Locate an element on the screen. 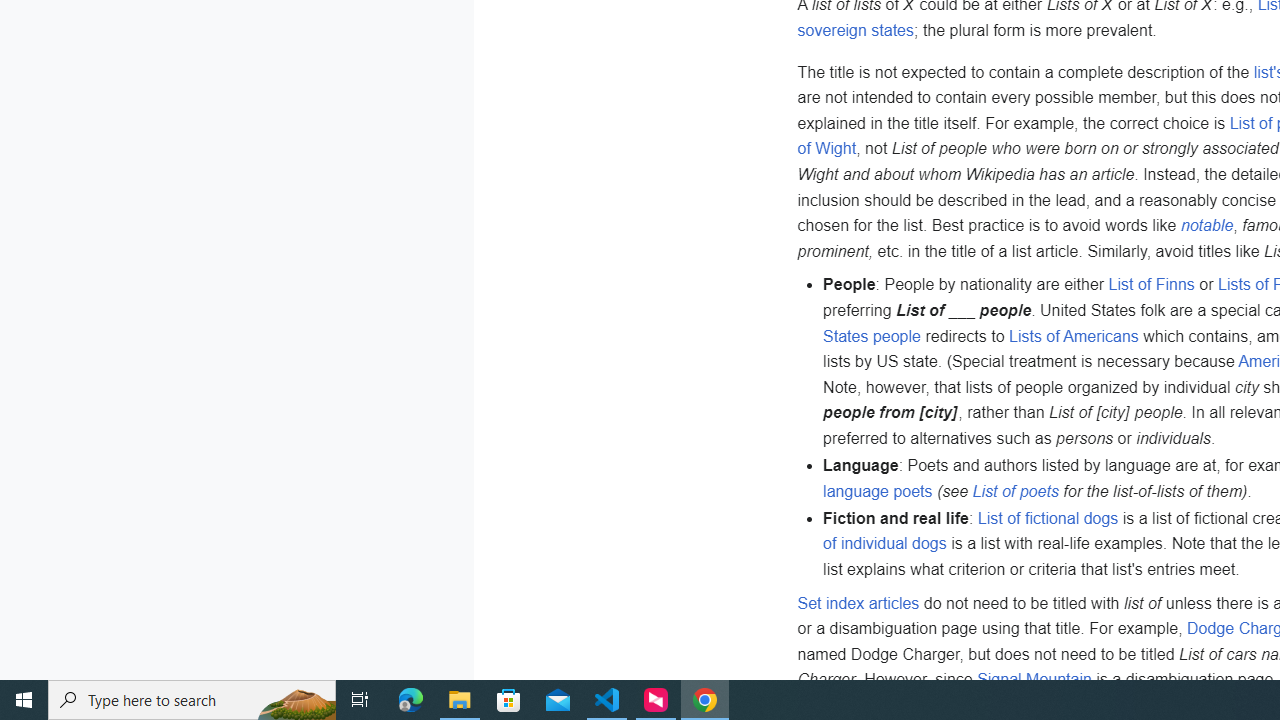  'notable' is located at coordinates (1206, 225).